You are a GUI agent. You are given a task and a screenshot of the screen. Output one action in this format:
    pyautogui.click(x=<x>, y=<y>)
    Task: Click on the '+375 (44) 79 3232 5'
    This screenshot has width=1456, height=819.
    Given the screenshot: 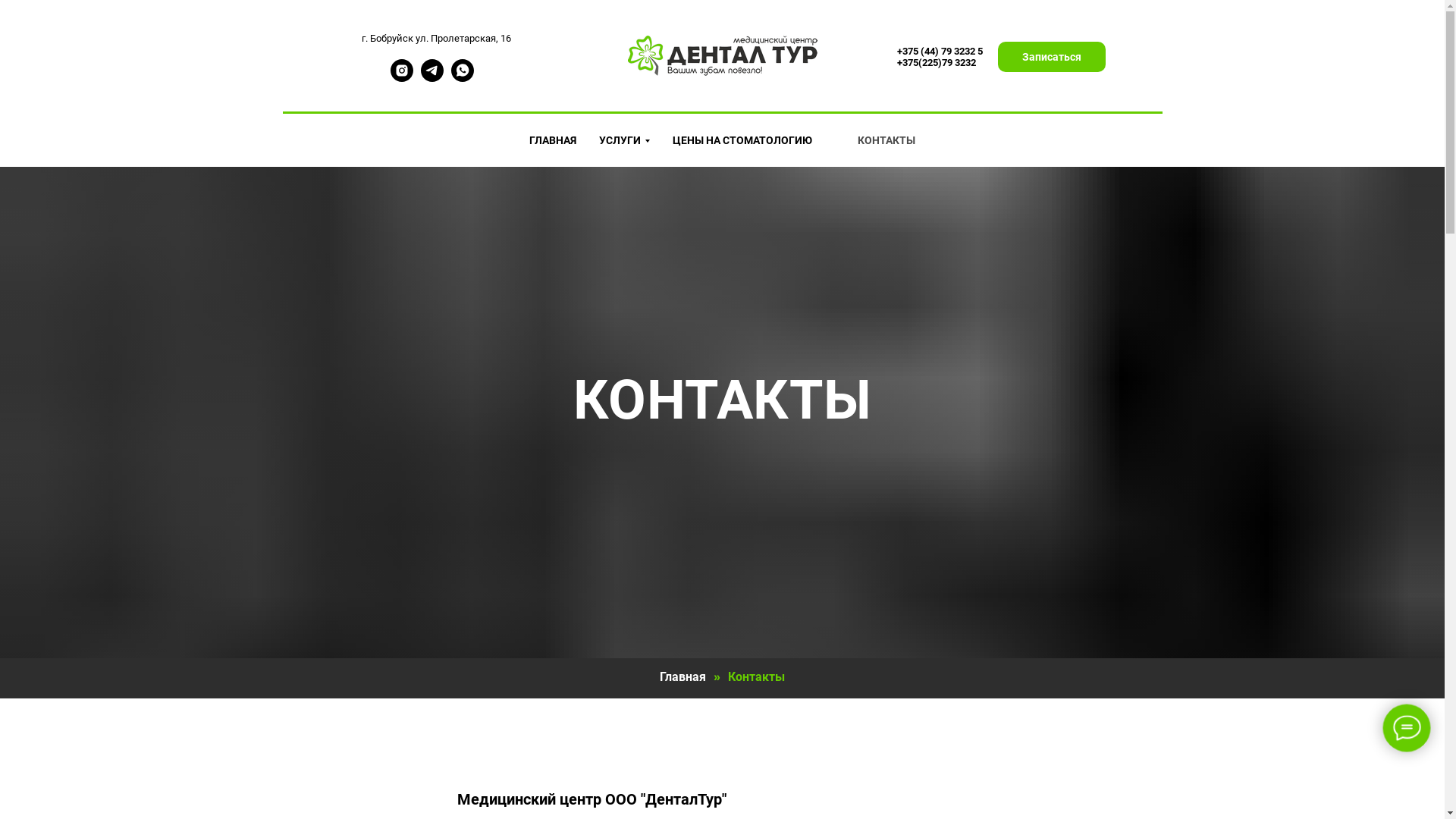 What is the action you would take?
    pyautogui.click(x=938, y=50)
    